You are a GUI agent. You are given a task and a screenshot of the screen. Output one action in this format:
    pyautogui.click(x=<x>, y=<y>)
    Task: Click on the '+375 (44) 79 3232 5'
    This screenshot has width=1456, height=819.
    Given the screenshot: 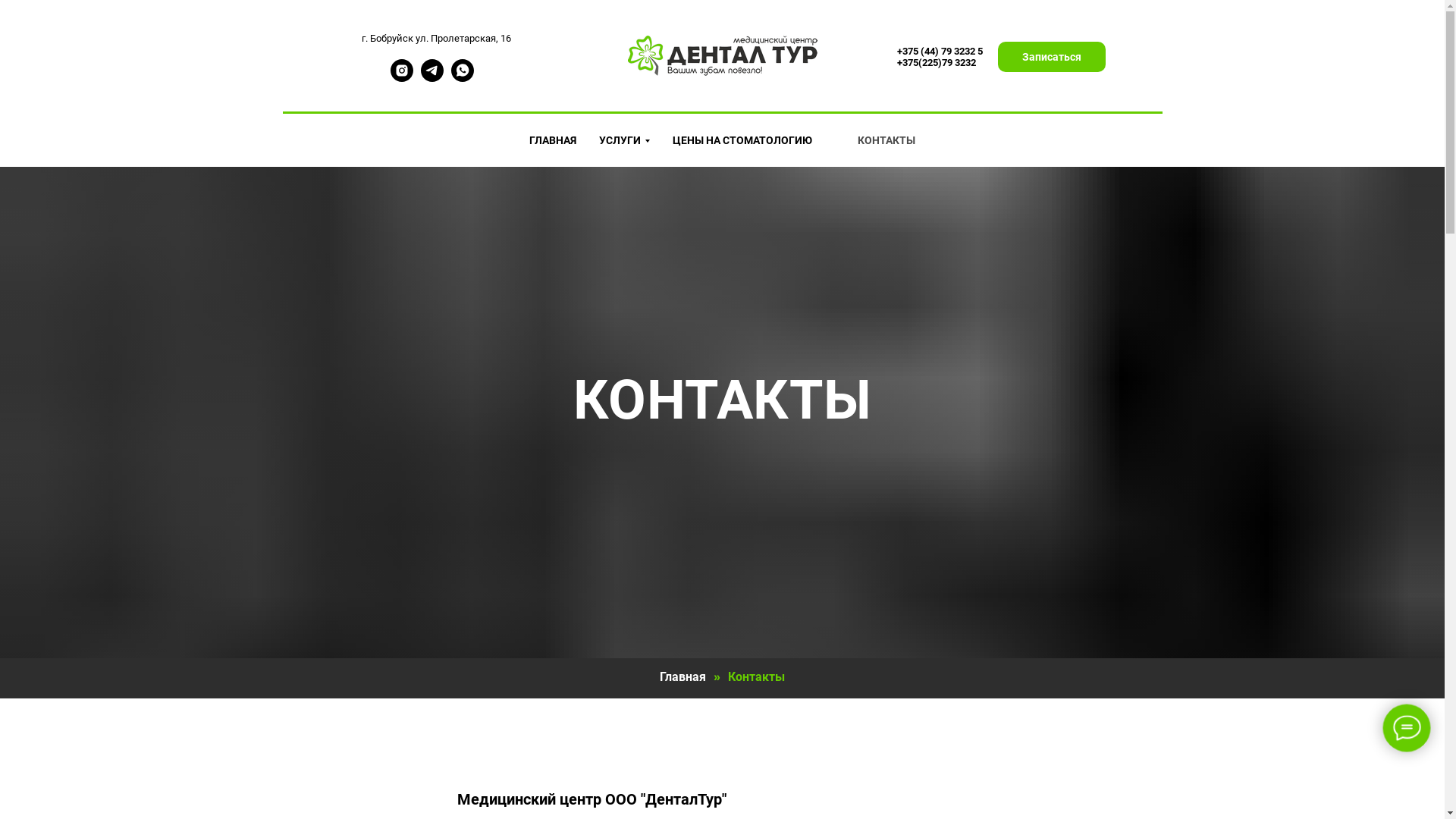 What is the action you would take?
    pyautogui.click(x=938, y=50)
    